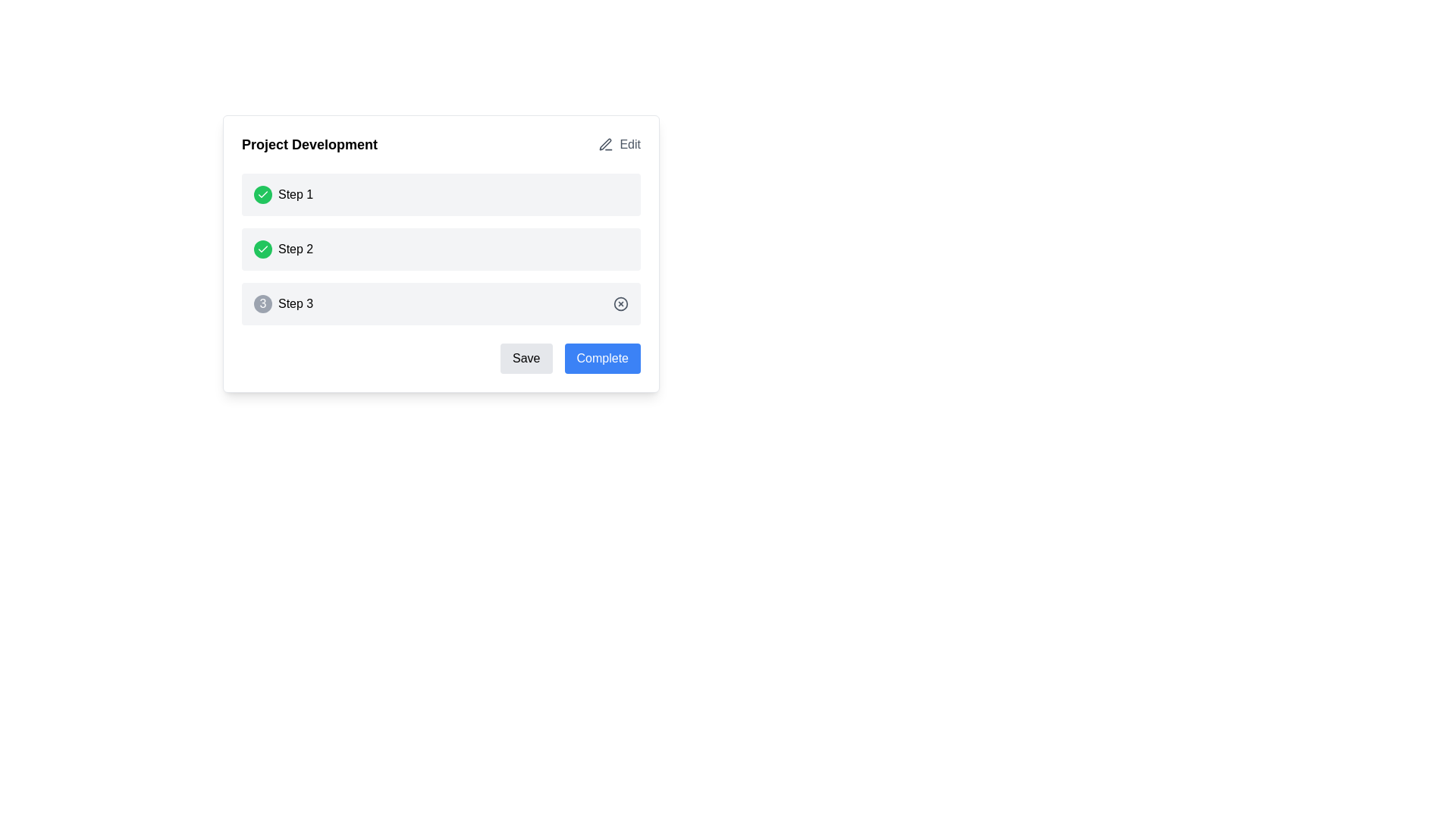 This screenshot has width=1456, height=819. What do you see at coordinates (296, 194) in the screenshot?
I see `the text label indicating the title or description of the first step in the sequence, positioned to the right of a green circular icon with a white checkmark` at bounding box center [296, 194].